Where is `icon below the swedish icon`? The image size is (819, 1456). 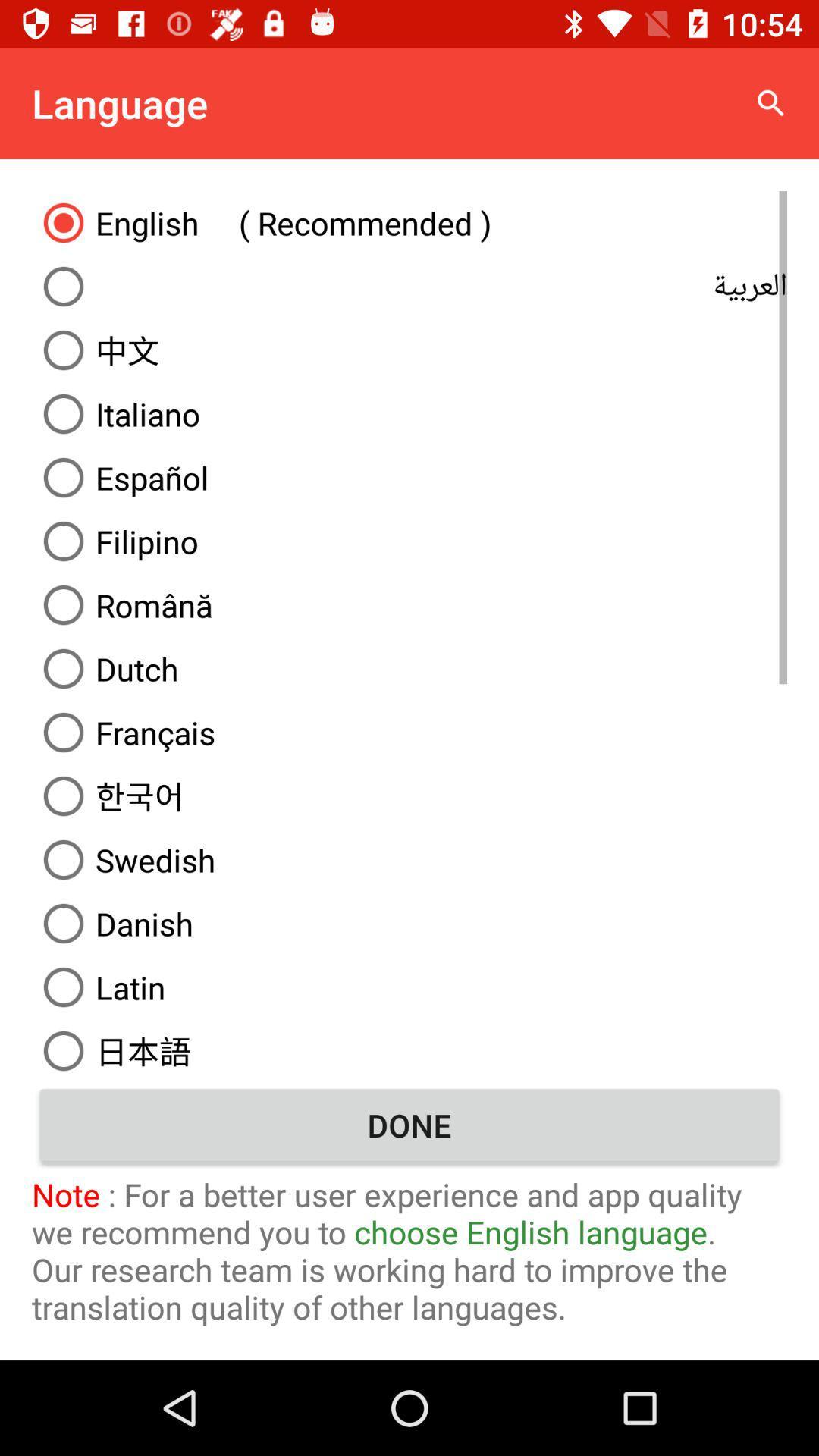
icon below the swedish icon is located at coordinates (409, 923).